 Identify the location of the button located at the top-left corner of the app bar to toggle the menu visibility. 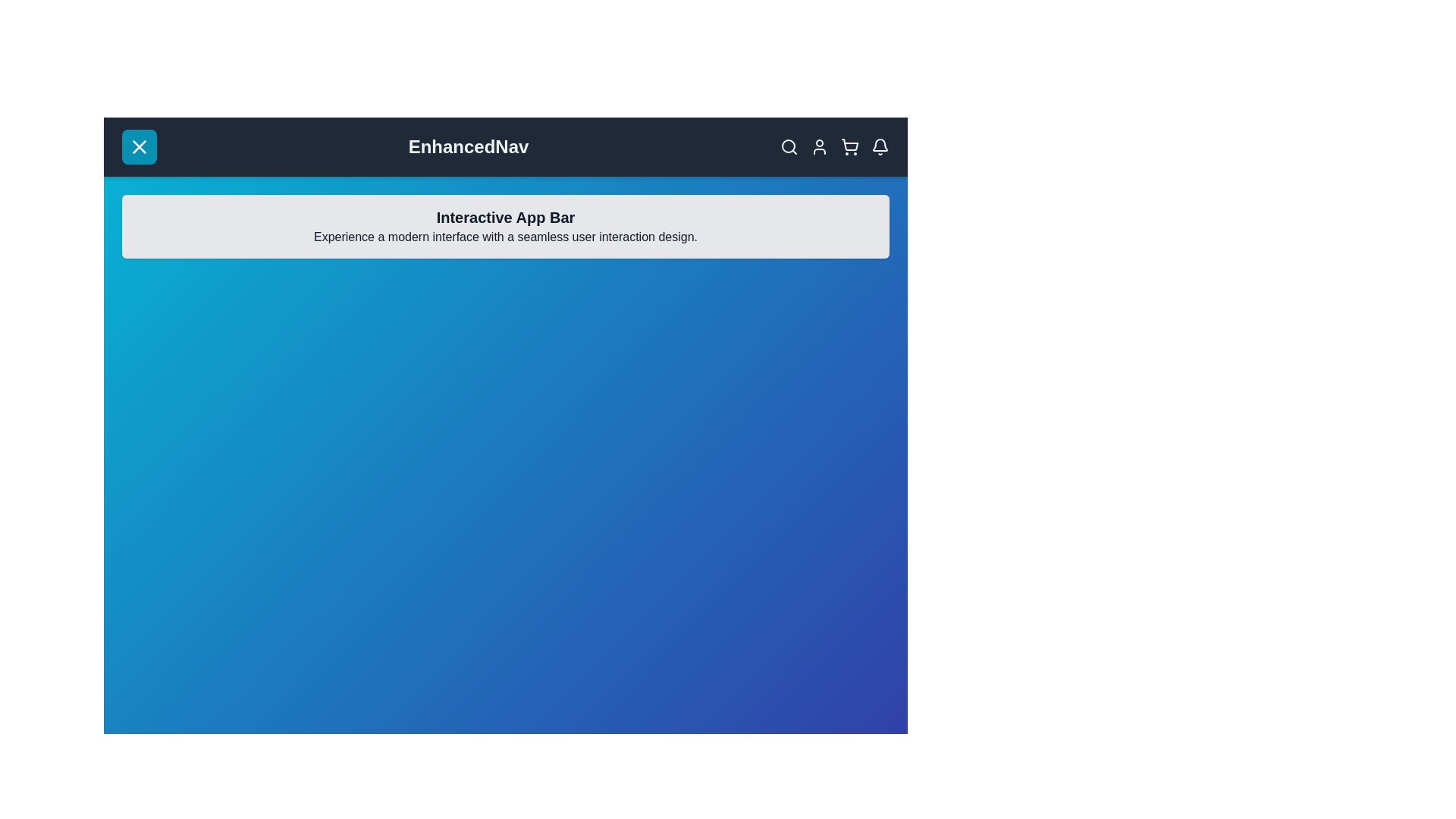
(139, 146).